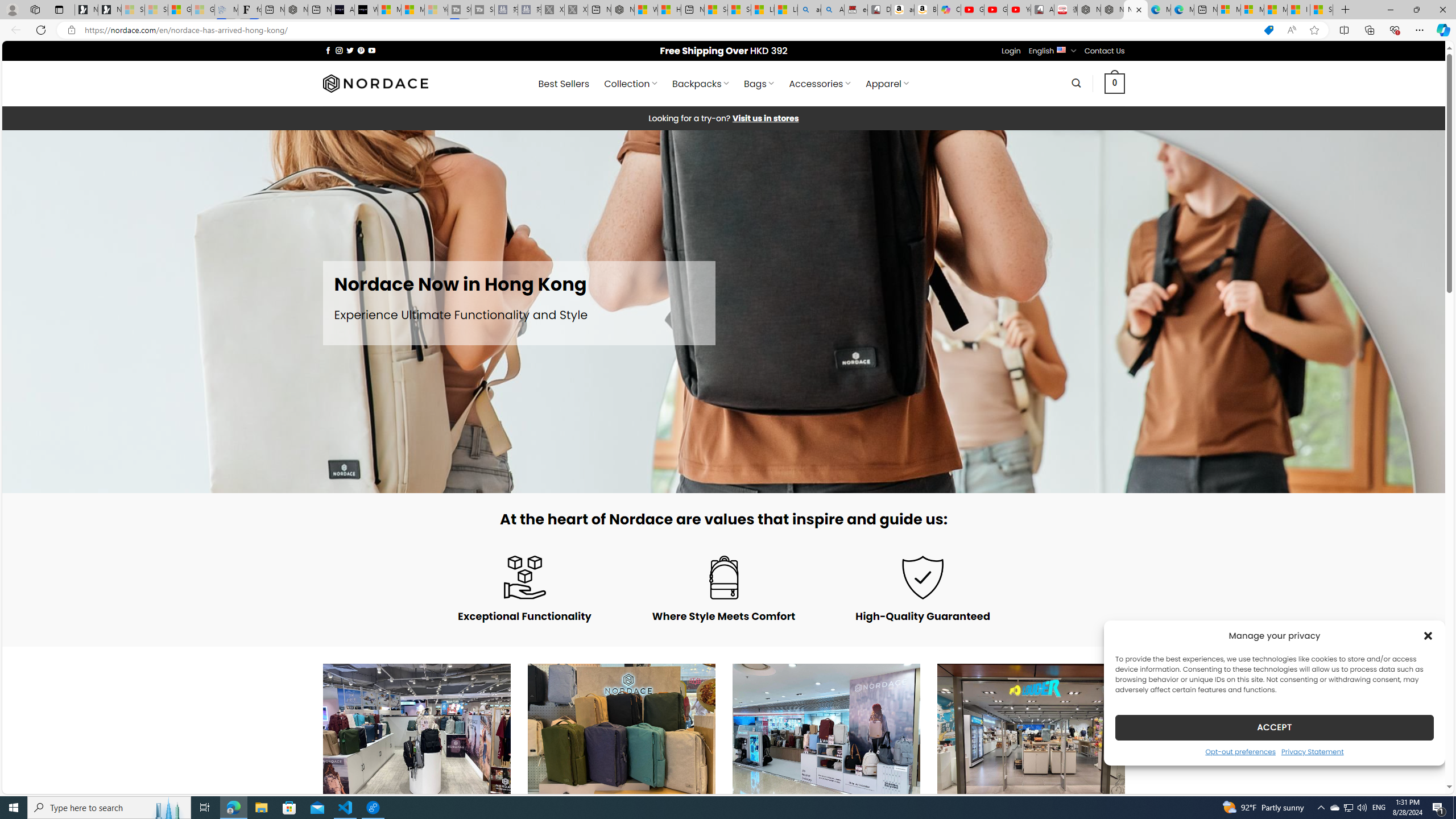  I want to click on 'I Gained 20 Pounds of Muscle in 30 Days! | Watch', so click(1298, 9).